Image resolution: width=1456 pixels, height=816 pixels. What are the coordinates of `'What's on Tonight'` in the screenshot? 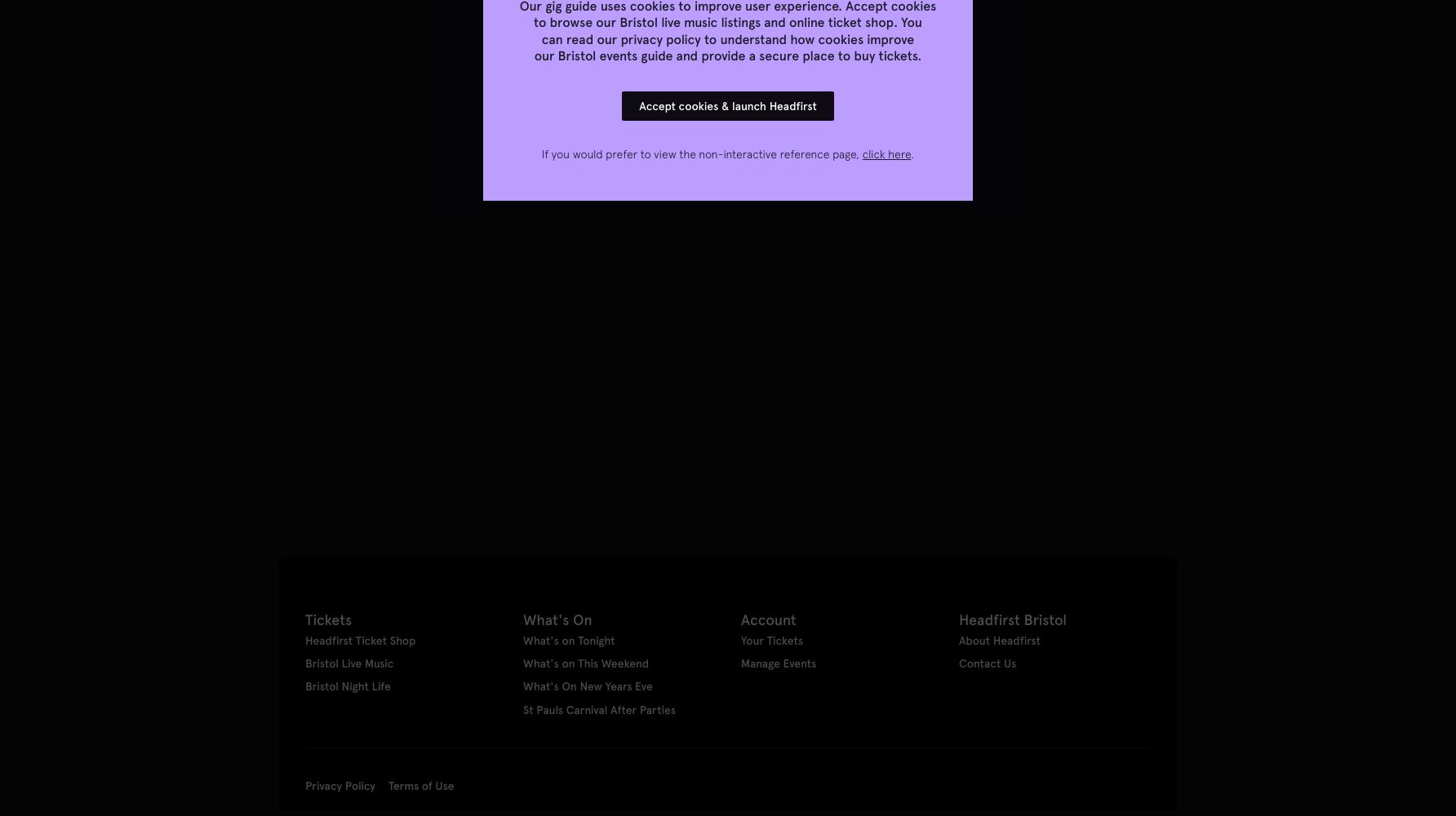 It's located at (522, 641).